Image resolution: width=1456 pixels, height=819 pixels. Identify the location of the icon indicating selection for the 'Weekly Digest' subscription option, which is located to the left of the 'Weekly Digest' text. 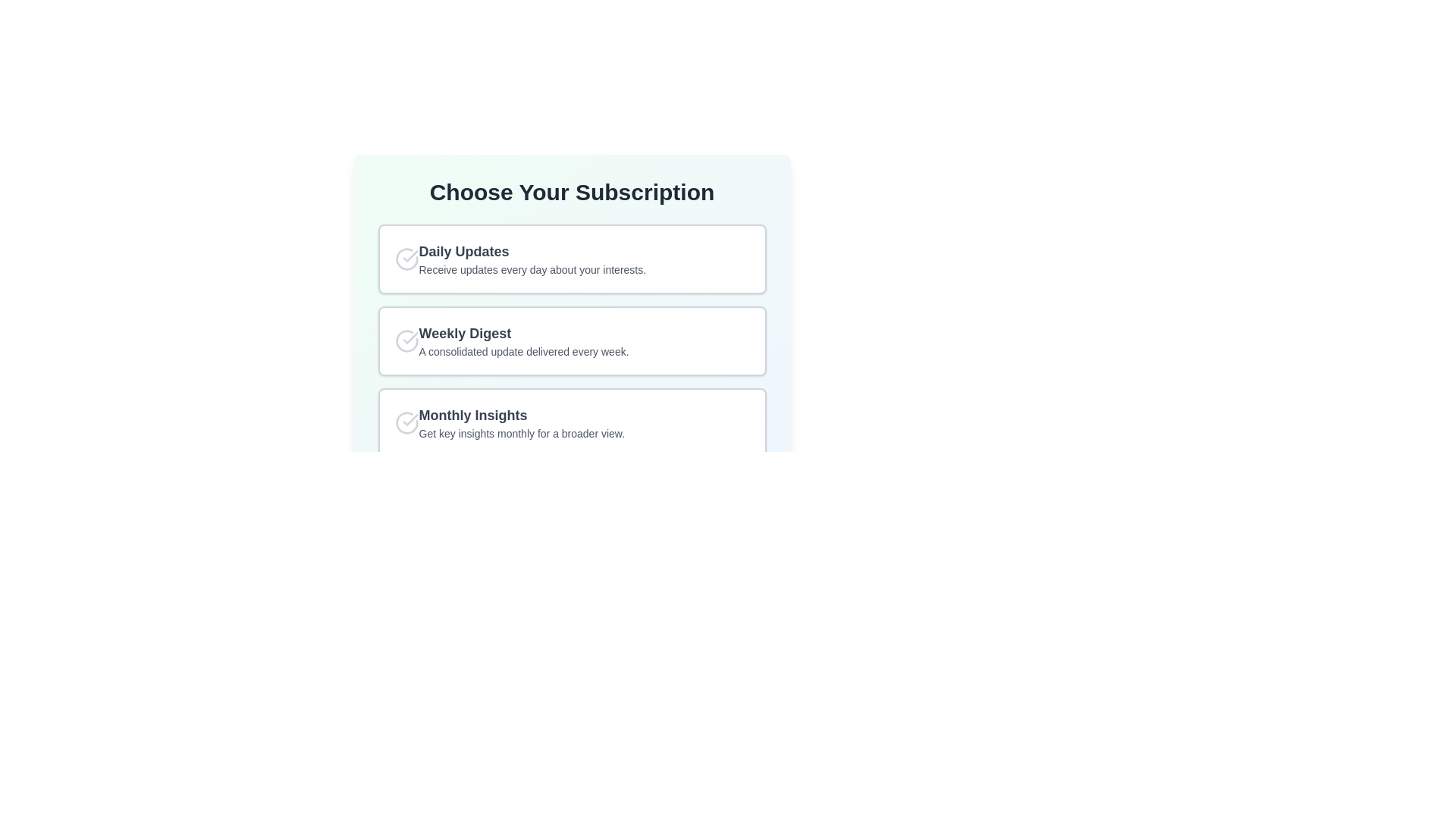
(410, 337).